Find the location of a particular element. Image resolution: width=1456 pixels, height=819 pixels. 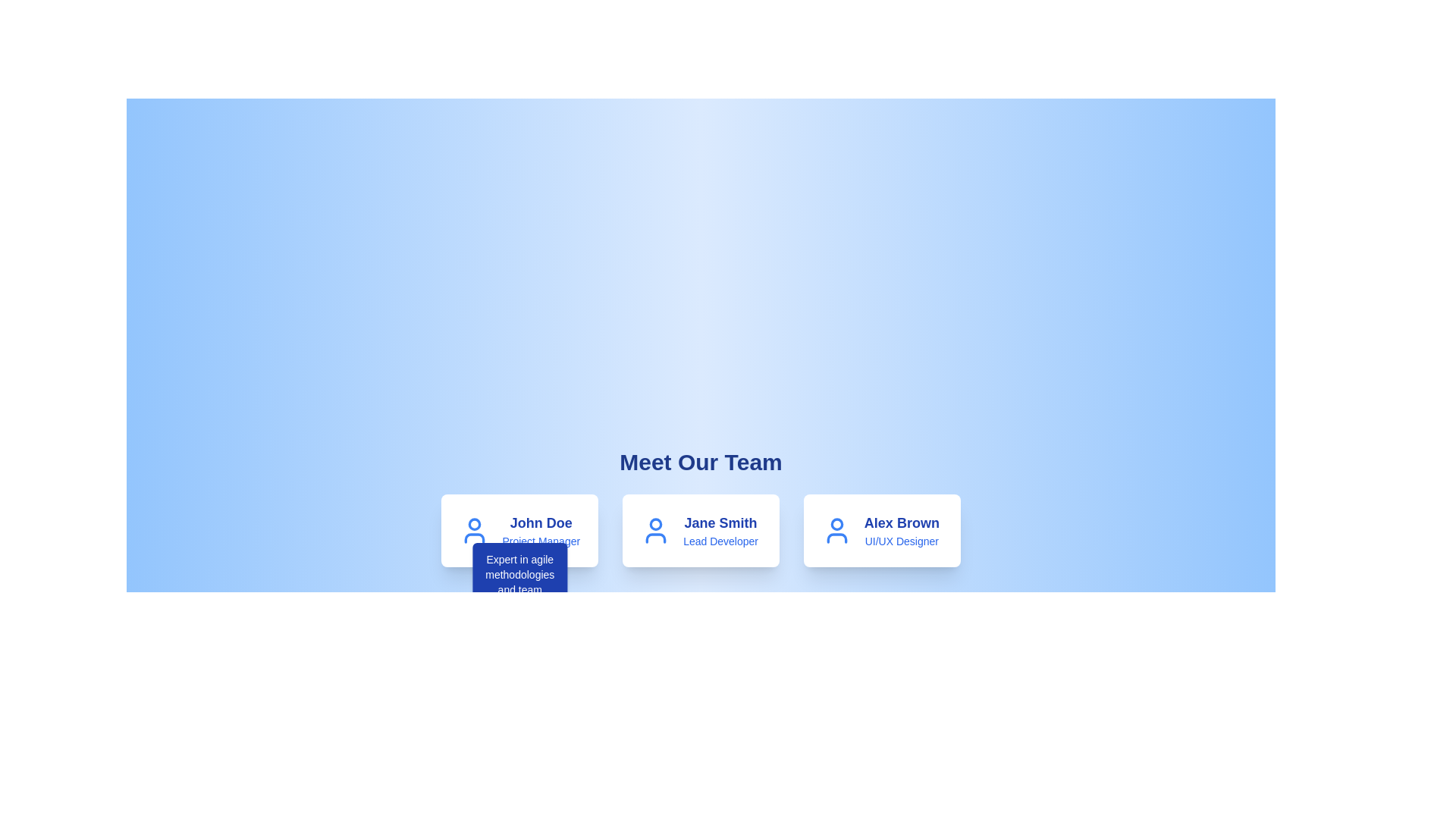

the Profile Card representing a team member's profile, which is the first card in a series of three cards displayed horizontally is located at coordinates (519, 529).